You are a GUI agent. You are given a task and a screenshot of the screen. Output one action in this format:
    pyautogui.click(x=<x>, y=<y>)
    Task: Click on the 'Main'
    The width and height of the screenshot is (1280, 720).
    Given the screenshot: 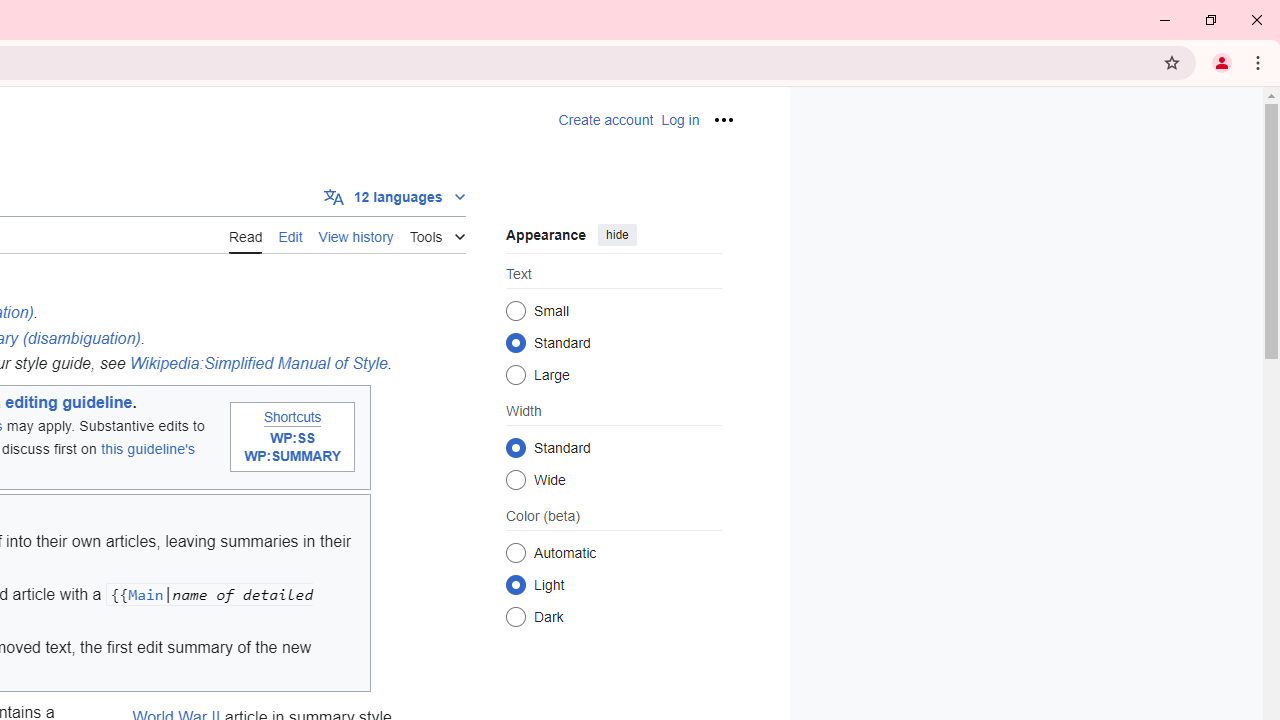 What is the action you would take?
    pyautogui.click(x=144, y=593)
    